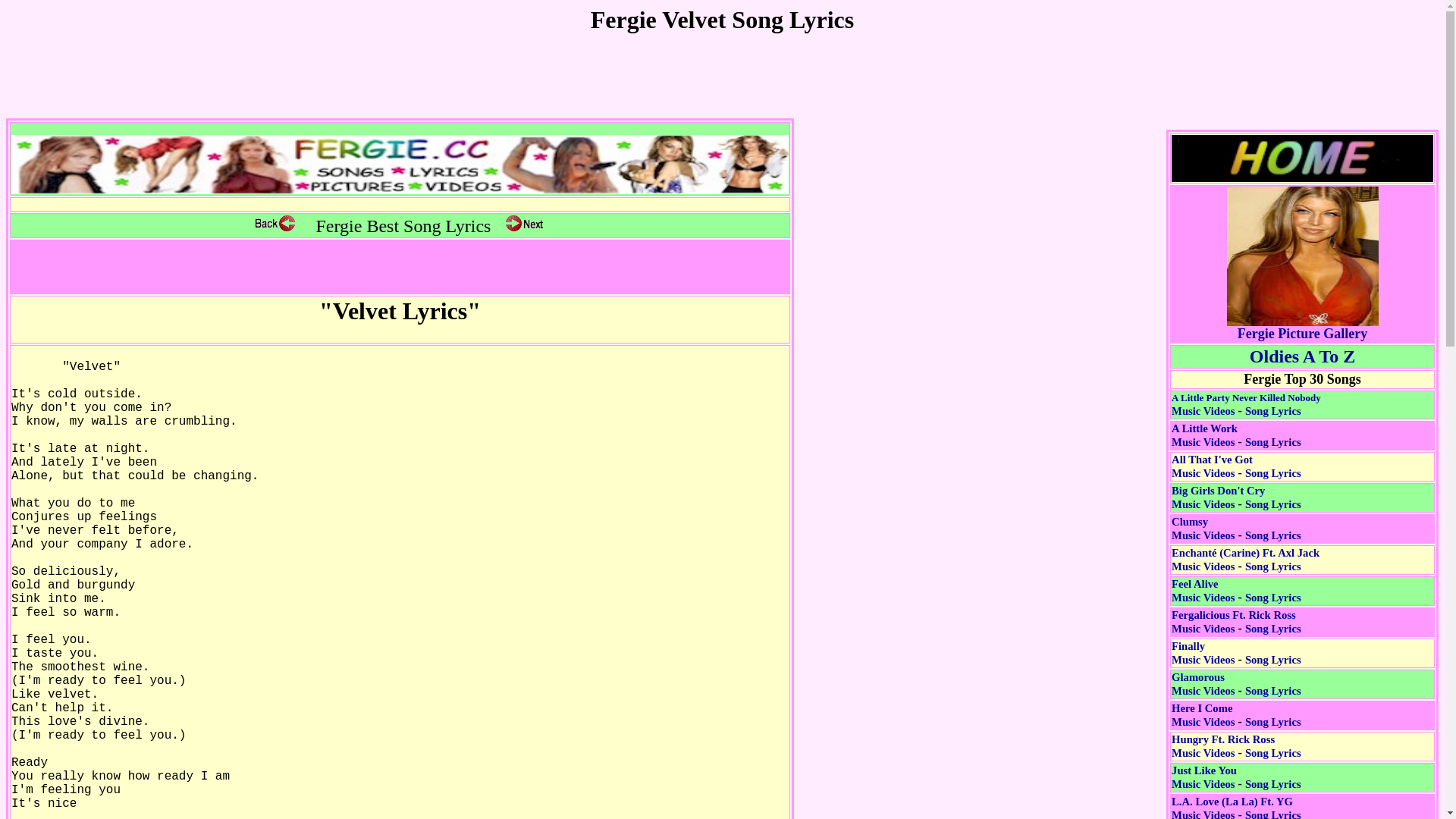  What do you see at coordinates (1171, 777) in the screenshot?
I see `'Just Like You` at bounding box center [1171, 777].